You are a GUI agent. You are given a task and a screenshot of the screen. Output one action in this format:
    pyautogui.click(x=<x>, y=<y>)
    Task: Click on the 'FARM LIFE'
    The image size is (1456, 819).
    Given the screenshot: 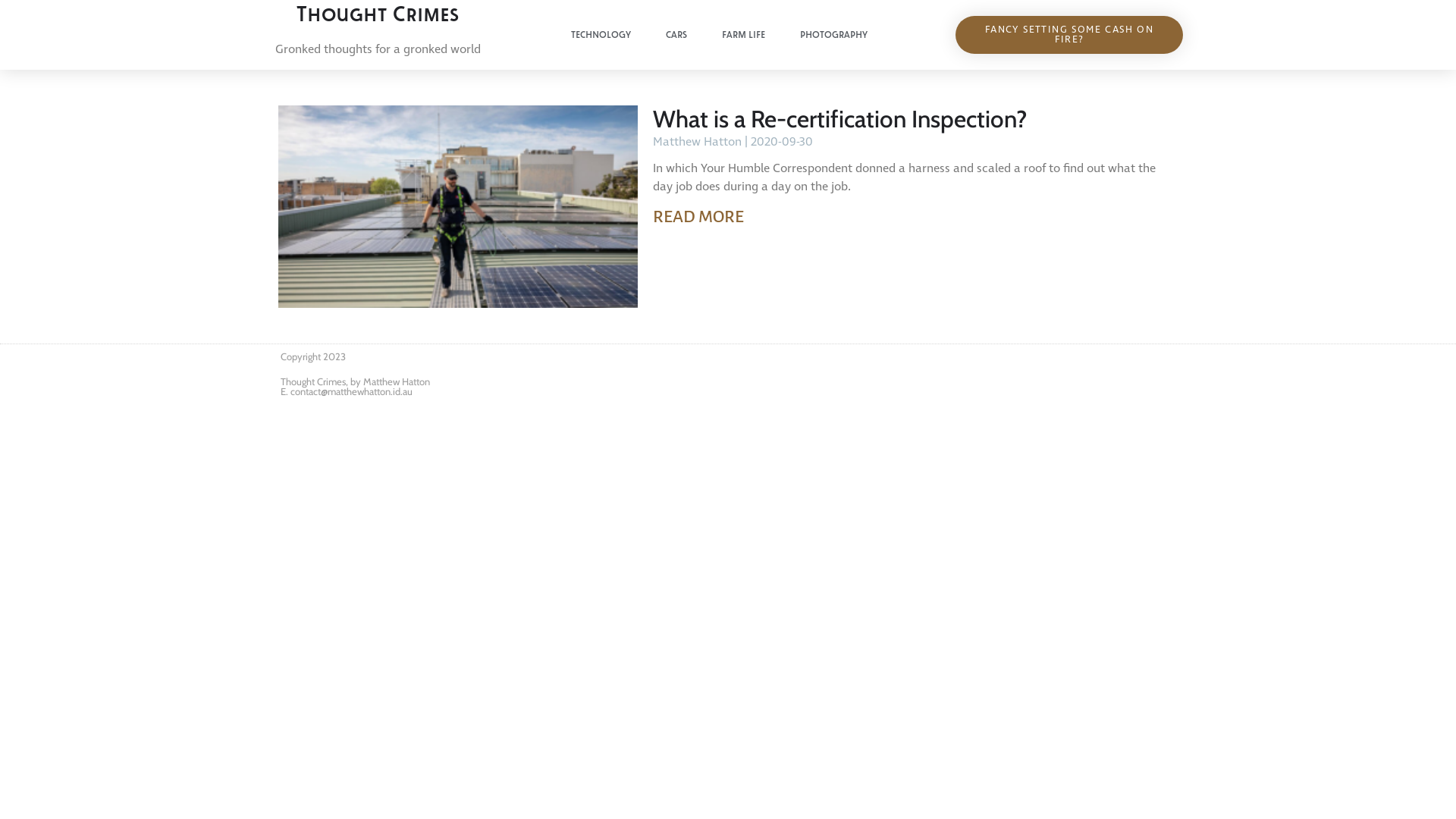 What is the action you would take?
    pyautogui.click(x=743, y=34)
    